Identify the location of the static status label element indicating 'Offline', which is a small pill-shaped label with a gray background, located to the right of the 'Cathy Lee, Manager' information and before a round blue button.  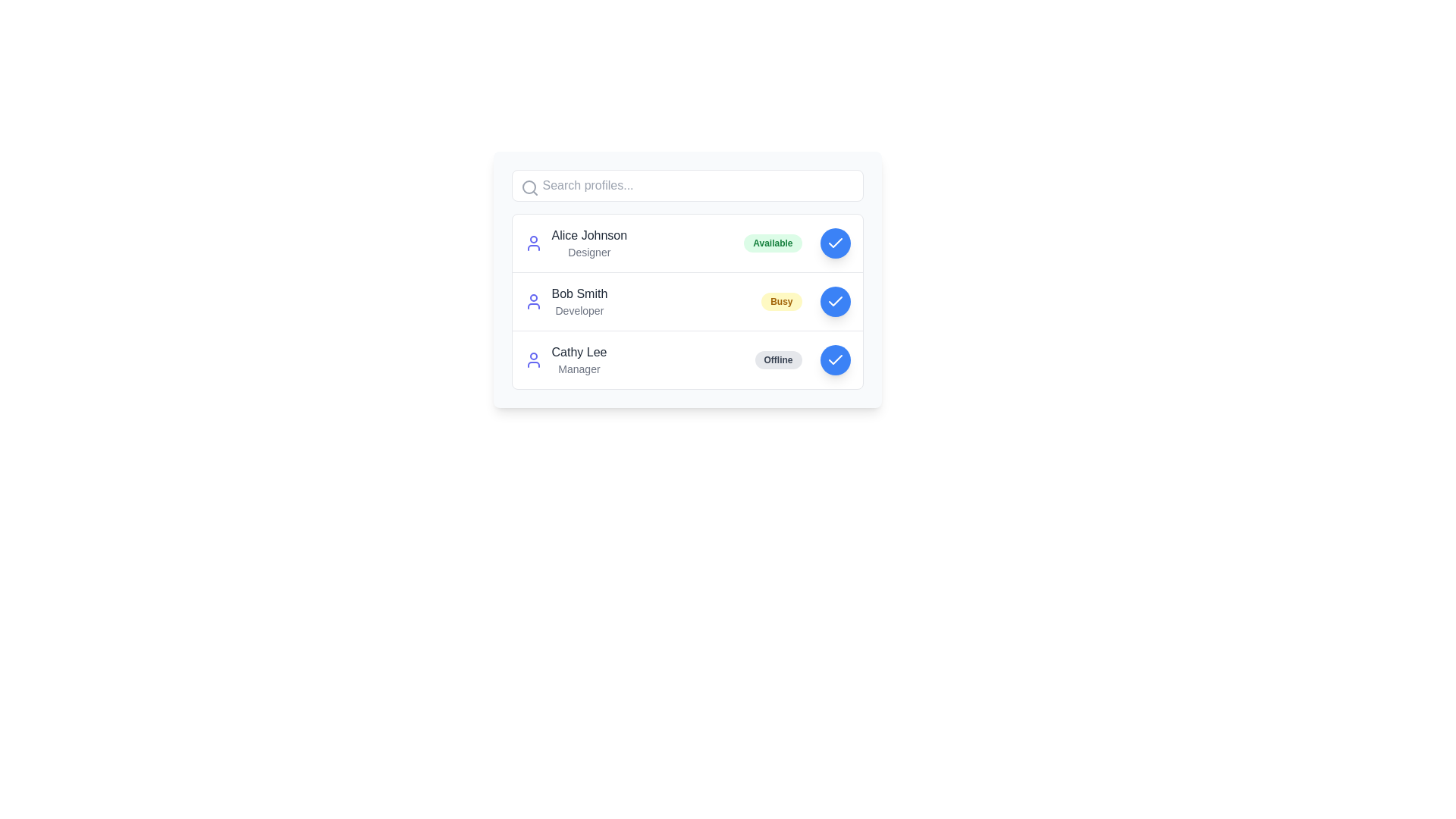
(778, 359).